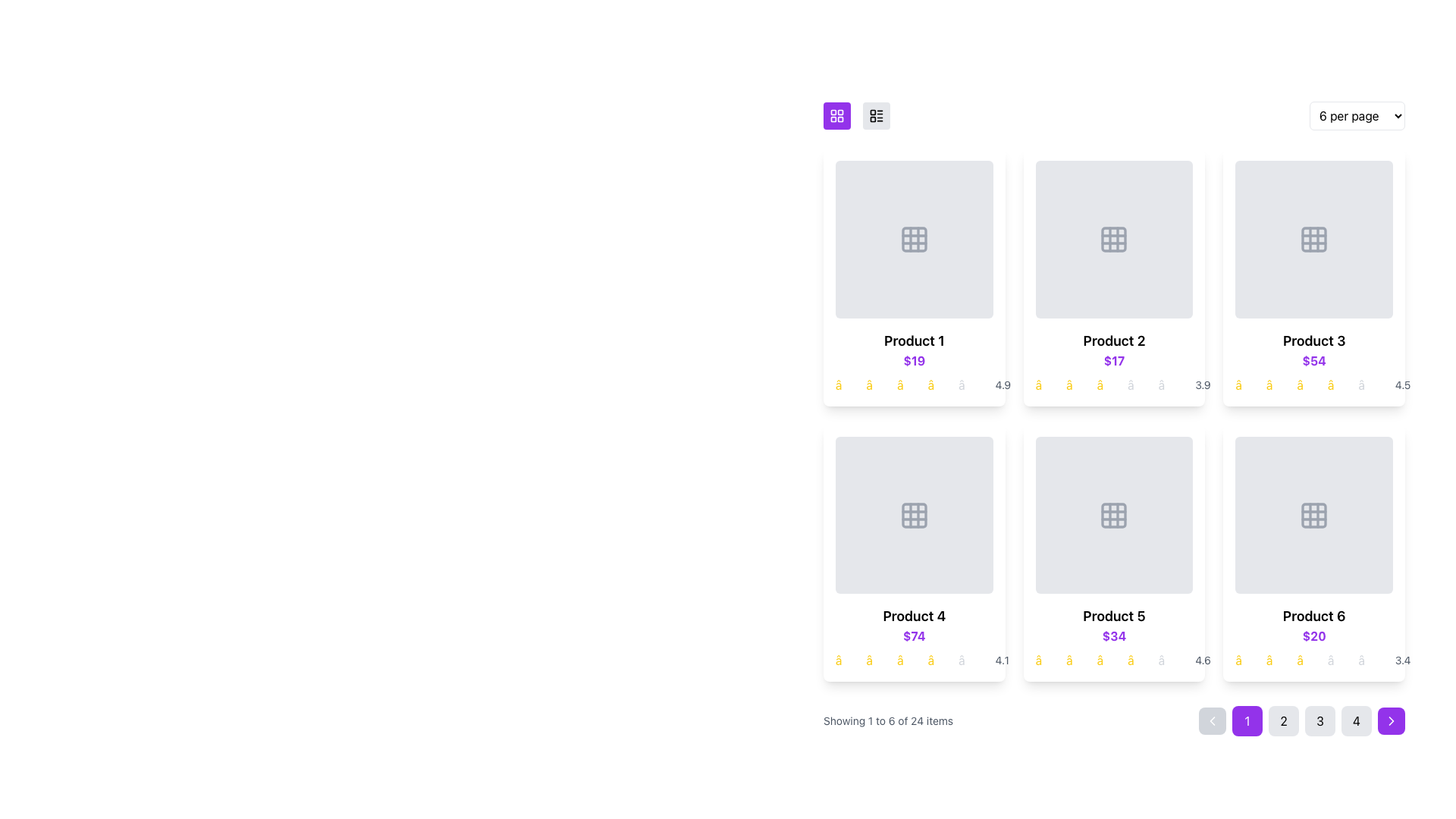  What do you see at coordinates (913, 514) in the screenshot?
I see `the central decorative shape of the grid icon for 'Product 4' located in the product preview area` at bounding box center [913, 514].